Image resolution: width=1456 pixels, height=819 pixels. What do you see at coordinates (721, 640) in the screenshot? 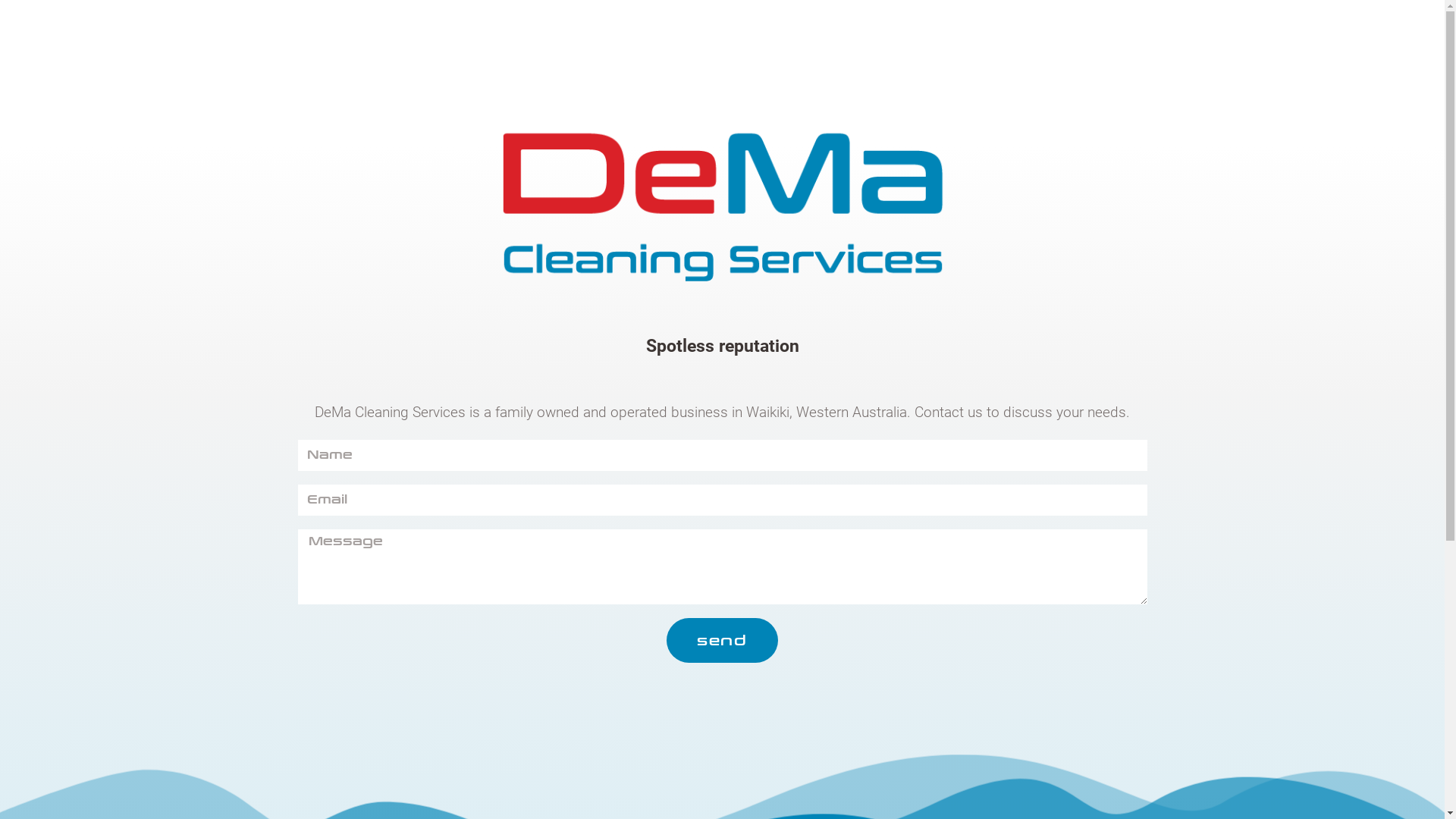
I see `'send'` at bounding box center [721, 640].